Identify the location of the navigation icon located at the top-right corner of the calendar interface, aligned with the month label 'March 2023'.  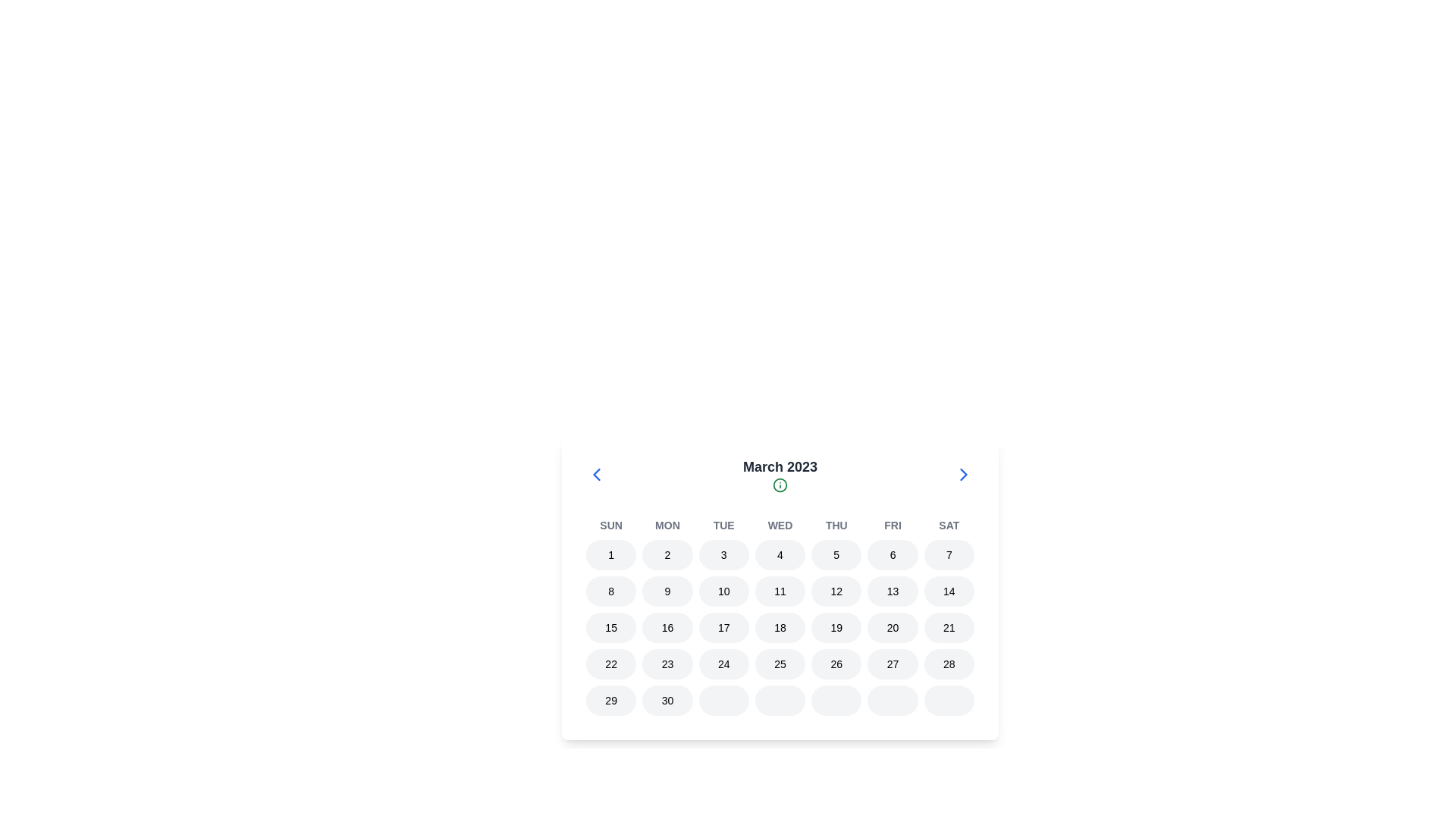
(963, 473).